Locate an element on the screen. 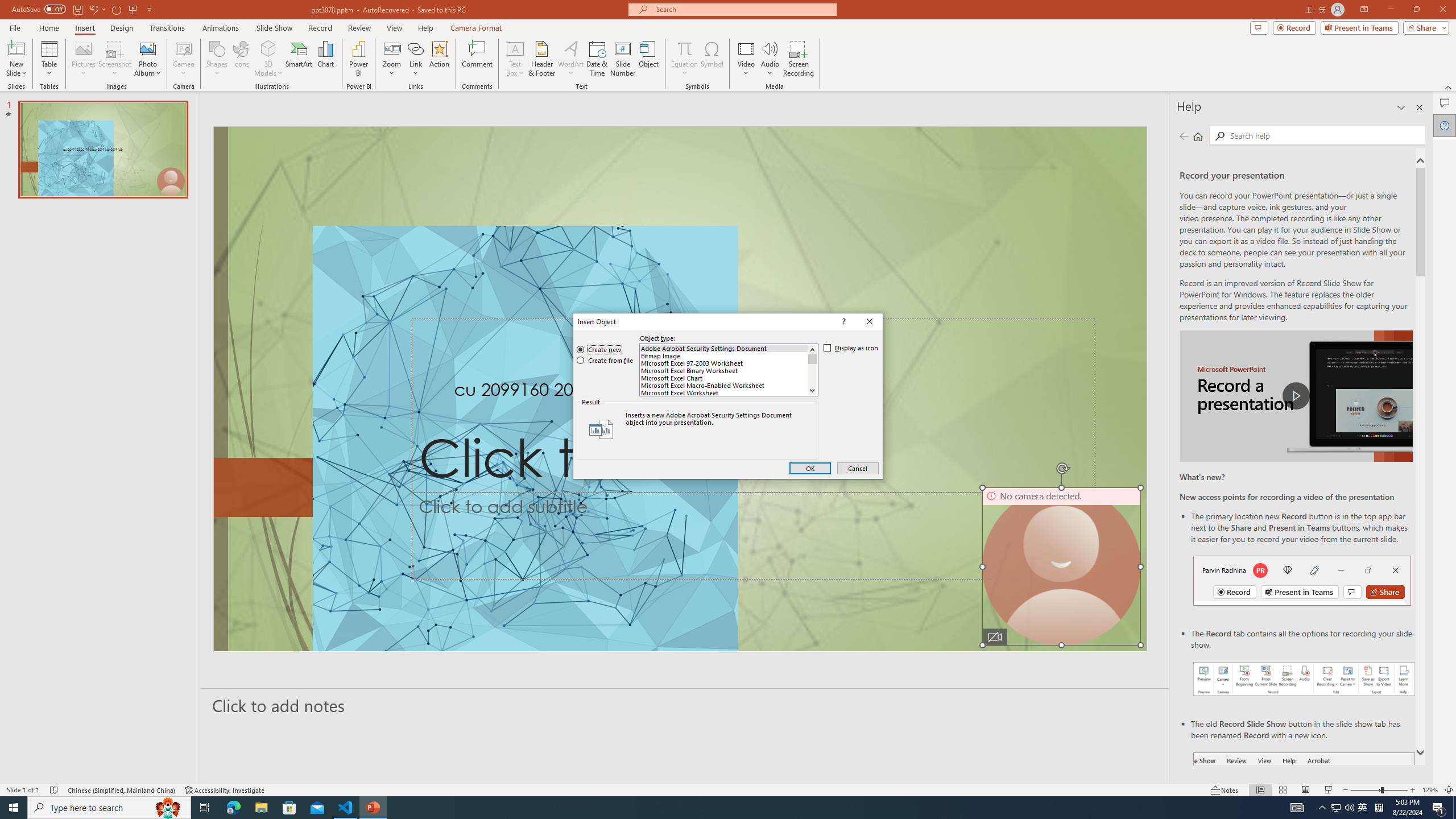 This screenshot has height=819, width=1456. 'Symbol...' is located at coordinates (712, 59).